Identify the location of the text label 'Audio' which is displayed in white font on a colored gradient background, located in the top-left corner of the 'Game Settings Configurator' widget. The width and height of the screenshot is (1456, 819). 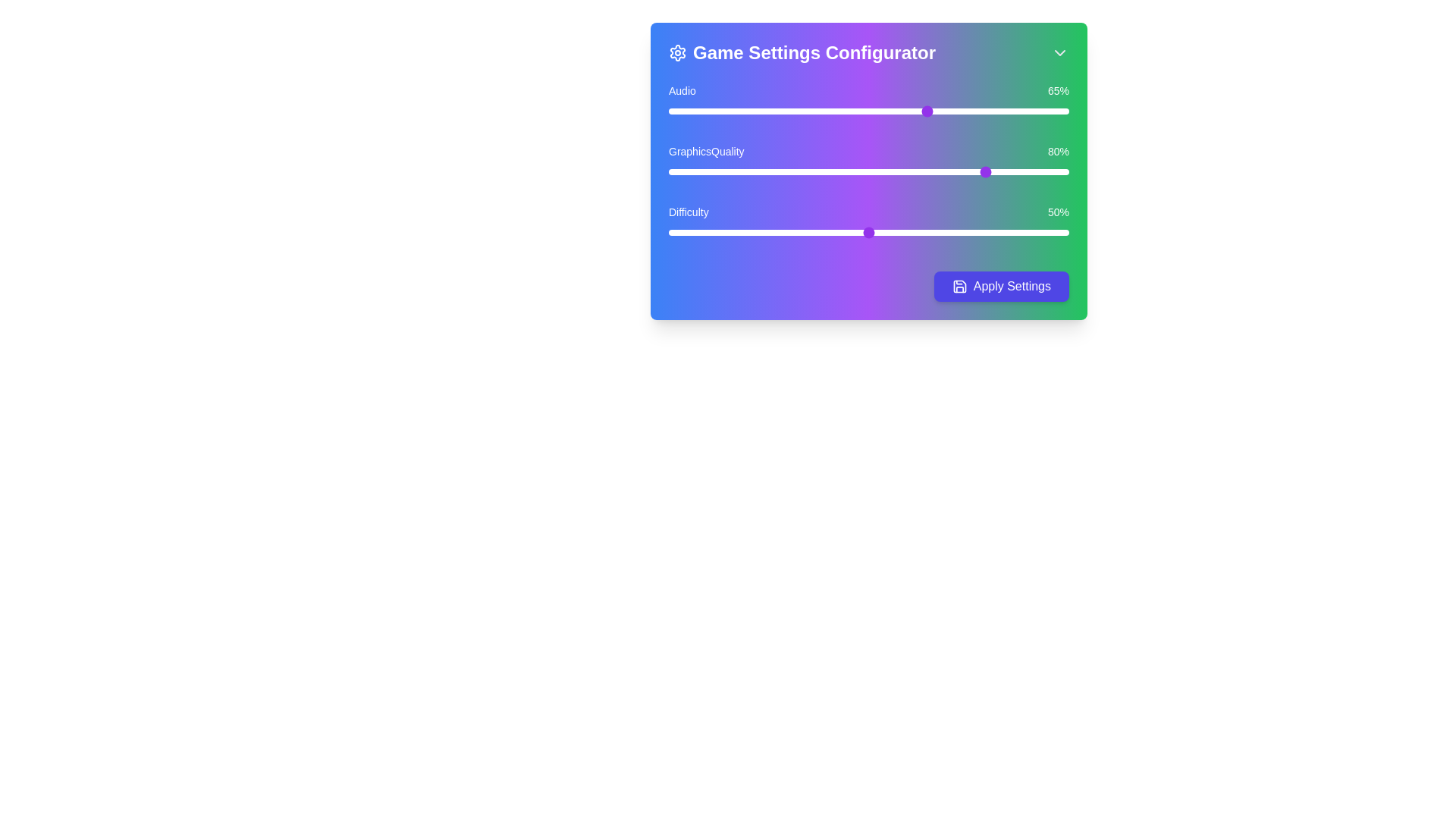
(681, 90).